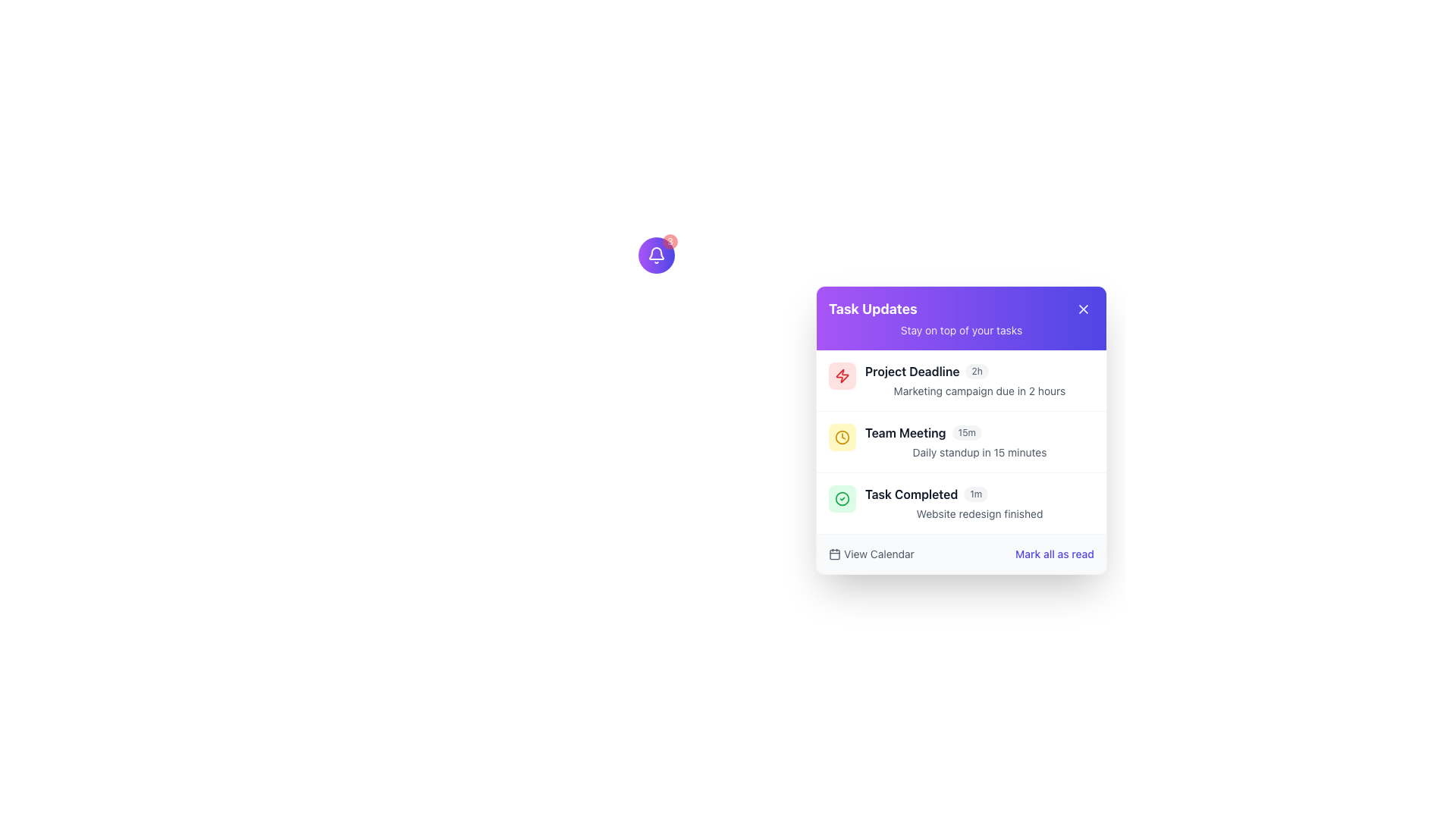 This screenshot has width=1456, height=819. I want to click on the urgency icon located at the leftmost side of the 'Project Deadline' notification card, next to the text 'Project Deadline' in the 'Task Updates' section, so click(841, 375).